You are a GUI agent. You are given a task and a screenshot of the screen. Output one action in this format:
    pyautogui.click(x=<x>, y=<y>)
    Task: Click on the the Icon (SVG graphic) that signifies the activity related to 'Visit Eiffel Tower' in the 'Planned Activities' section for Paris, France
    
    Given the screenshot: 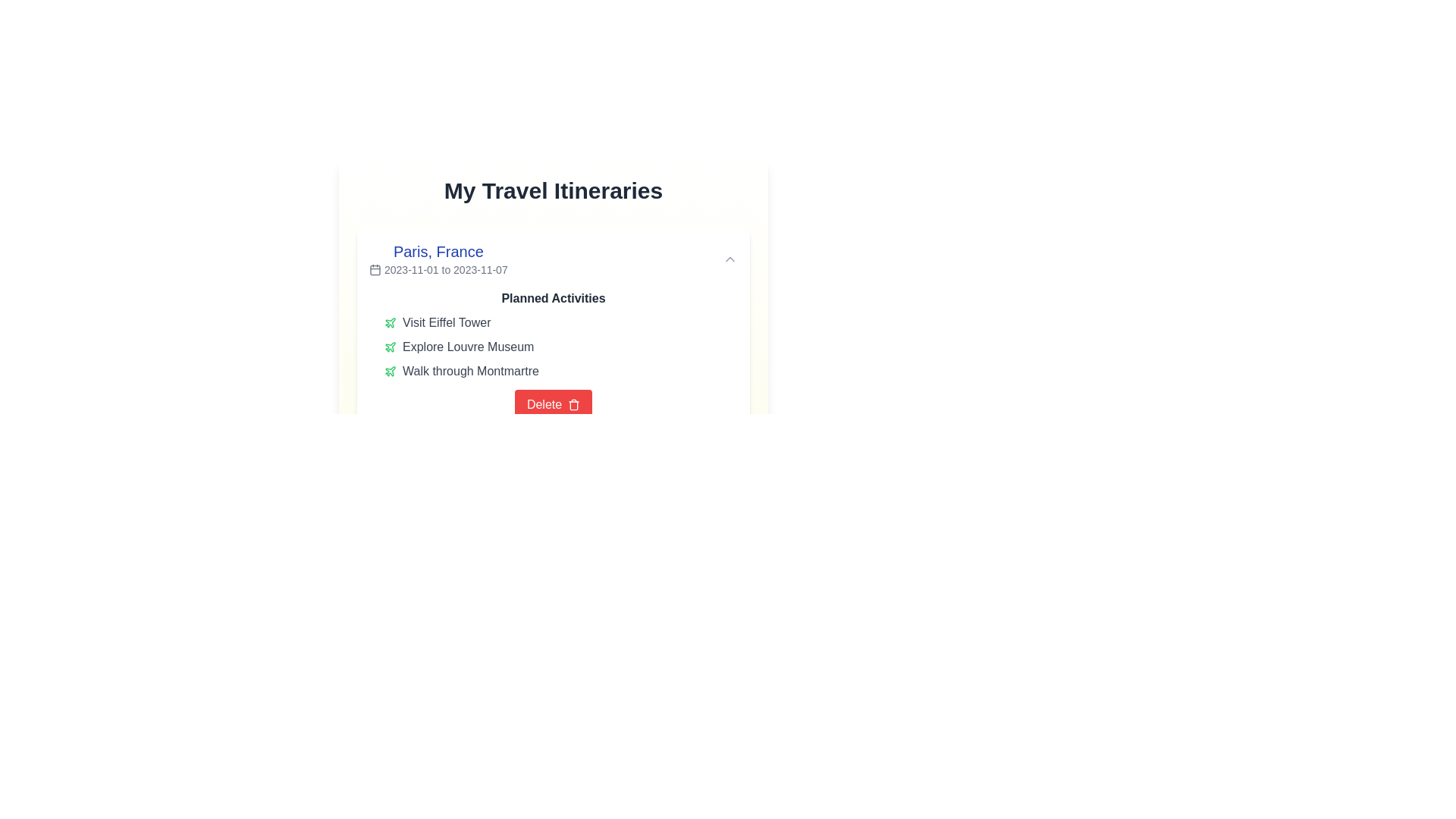 What is the action you would take?
    pyautogui.click(x=391, y=371)
    